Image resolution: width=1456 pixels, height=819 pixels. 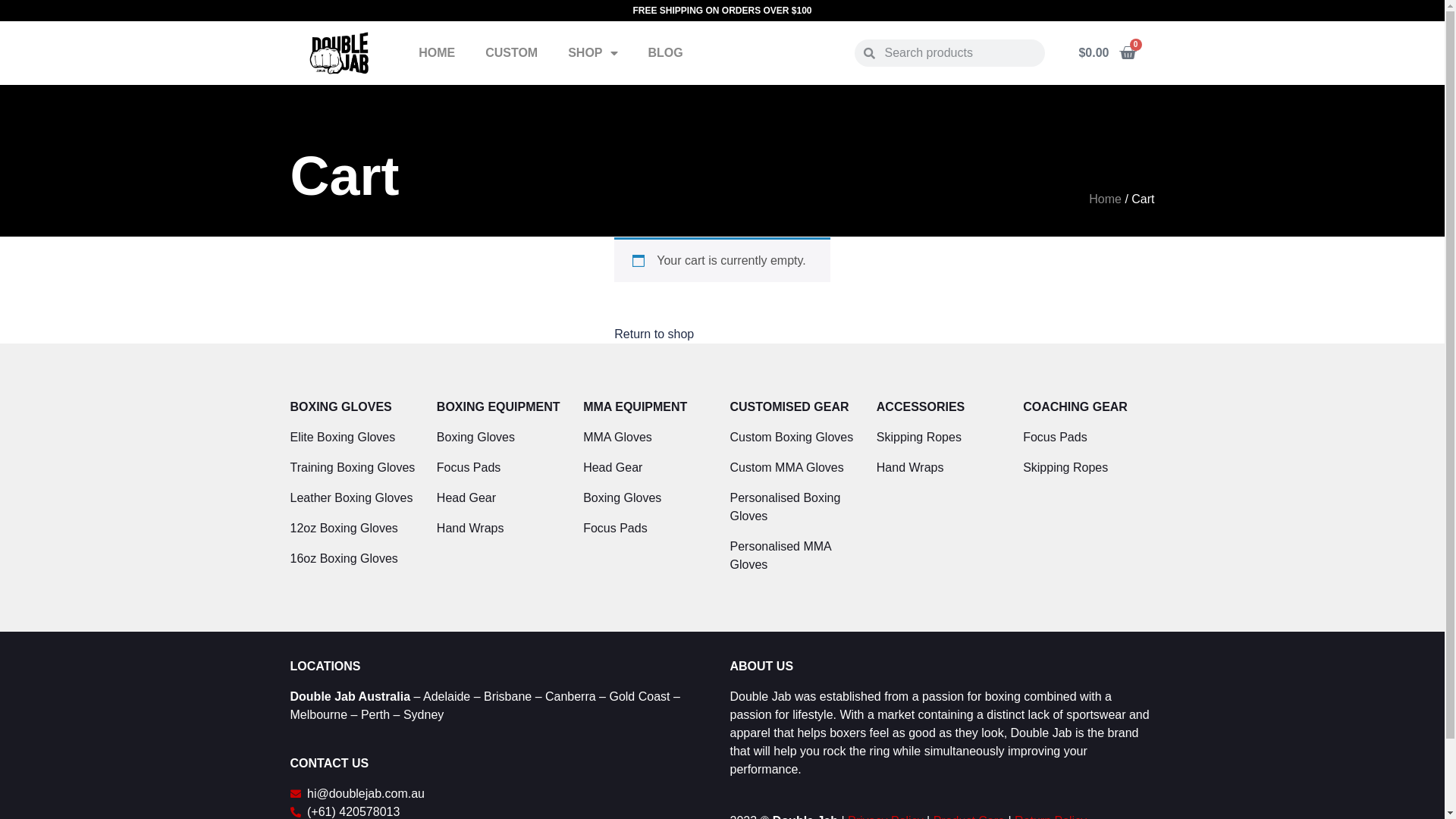 What do you see at coordinates (1105, 198) in the screenshot?
I see `'Home'` at bounding box center [1105, 198].